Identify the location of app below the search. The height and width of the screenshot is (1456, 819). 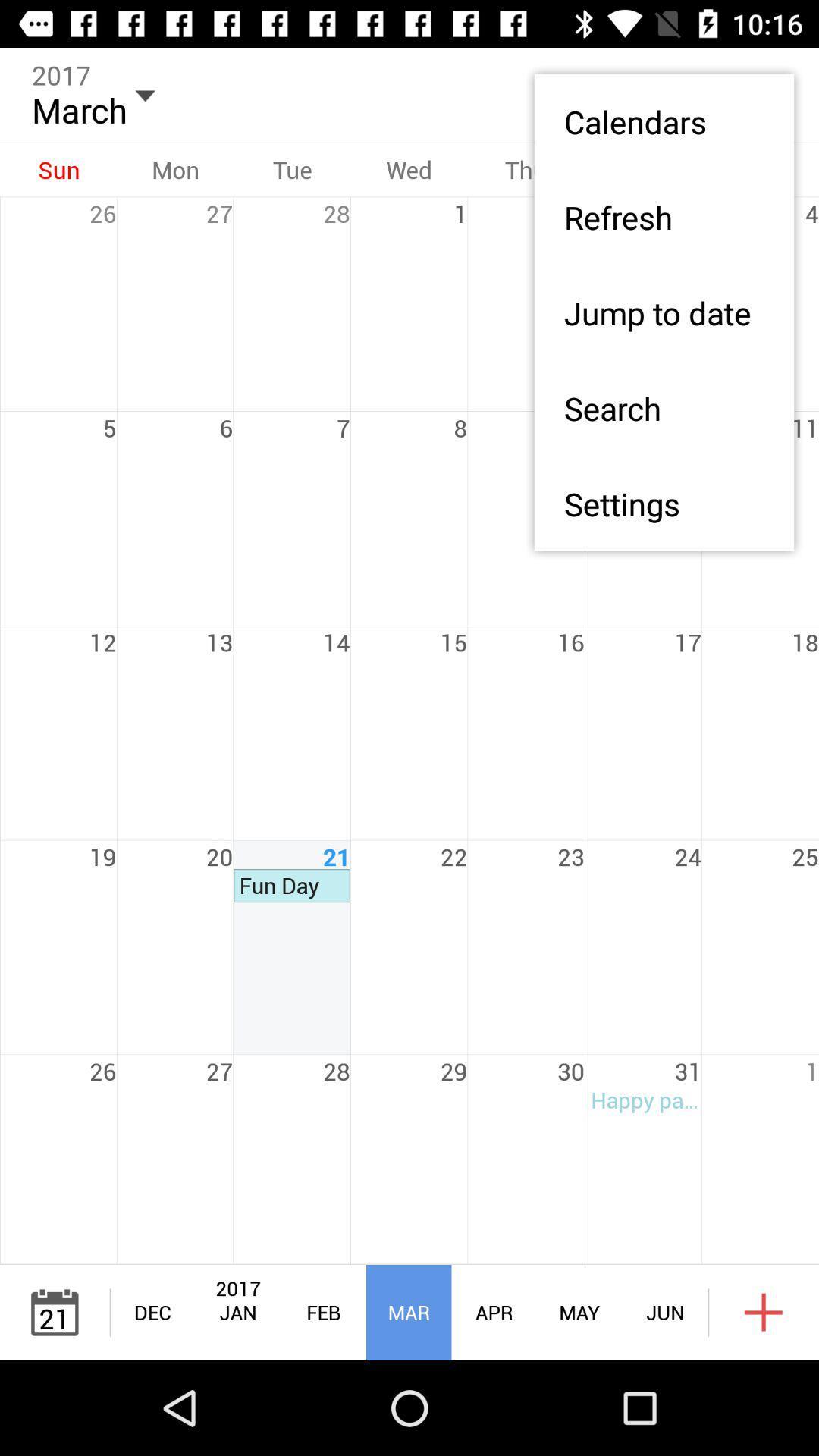
(663, 504).